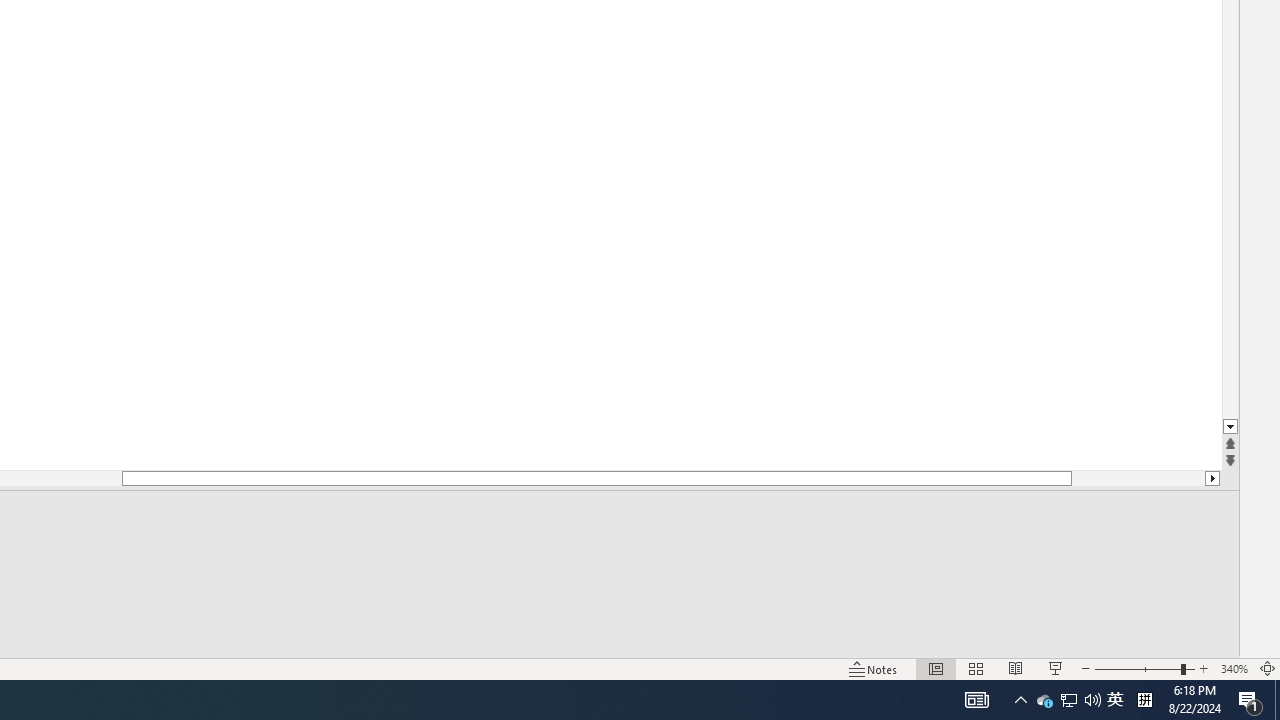  Describe the element at coordinates (1233, 669) in the screenshot. I see `'Zoom 340%'` at that location.